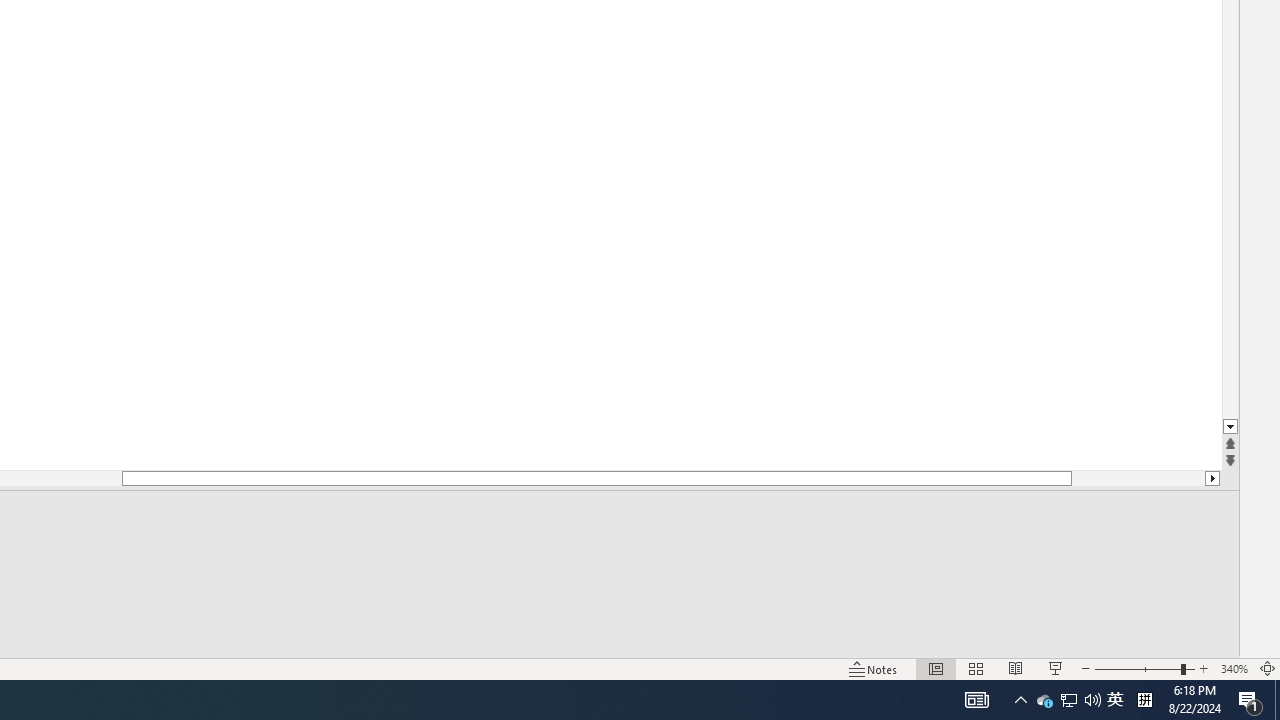  Describe the element at coordinates (1233, 669) in the screenshot. I see `'Zoom 340%'` at that location.